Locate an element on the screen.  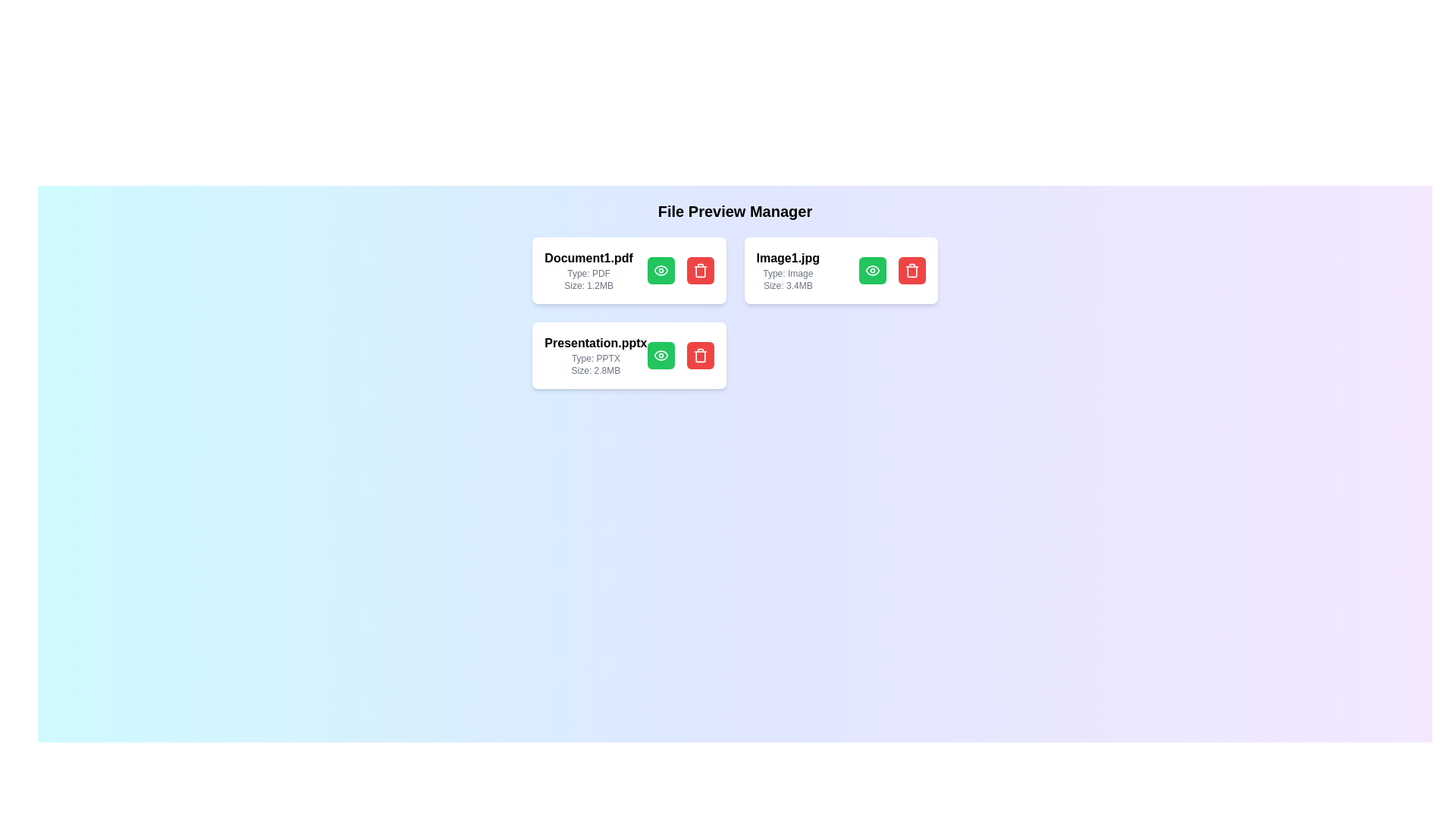
the button to the left of the red trash icon button is located at coordinates (872, 270).